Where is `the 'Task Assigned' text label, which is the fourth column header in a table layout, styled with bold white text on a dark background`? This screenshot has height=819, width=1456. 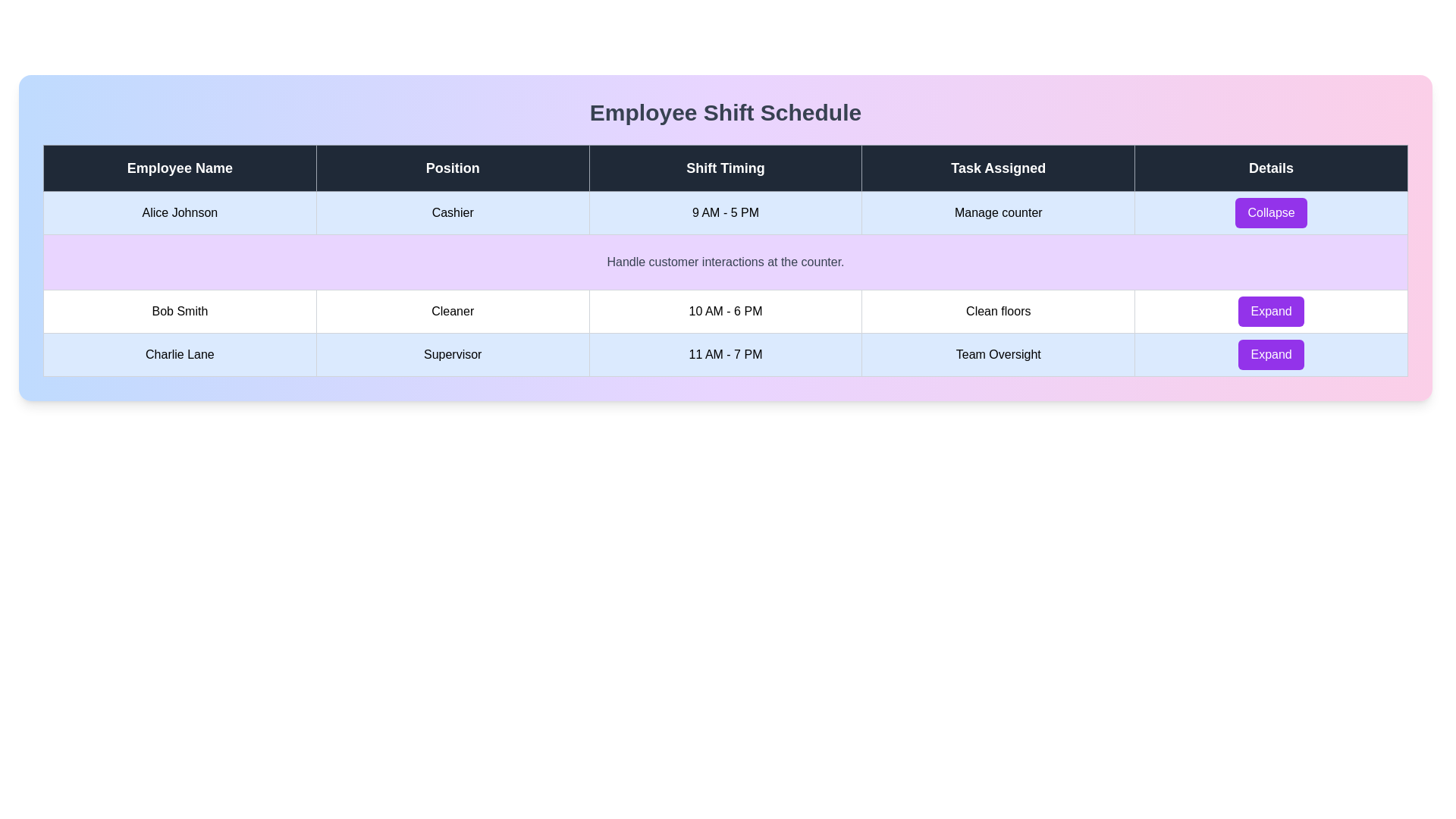
the 'Task Assigned' text label, which is the fourth column header in a table layout, styled with bold white text on a dark background is located at coordinates (998, 168).